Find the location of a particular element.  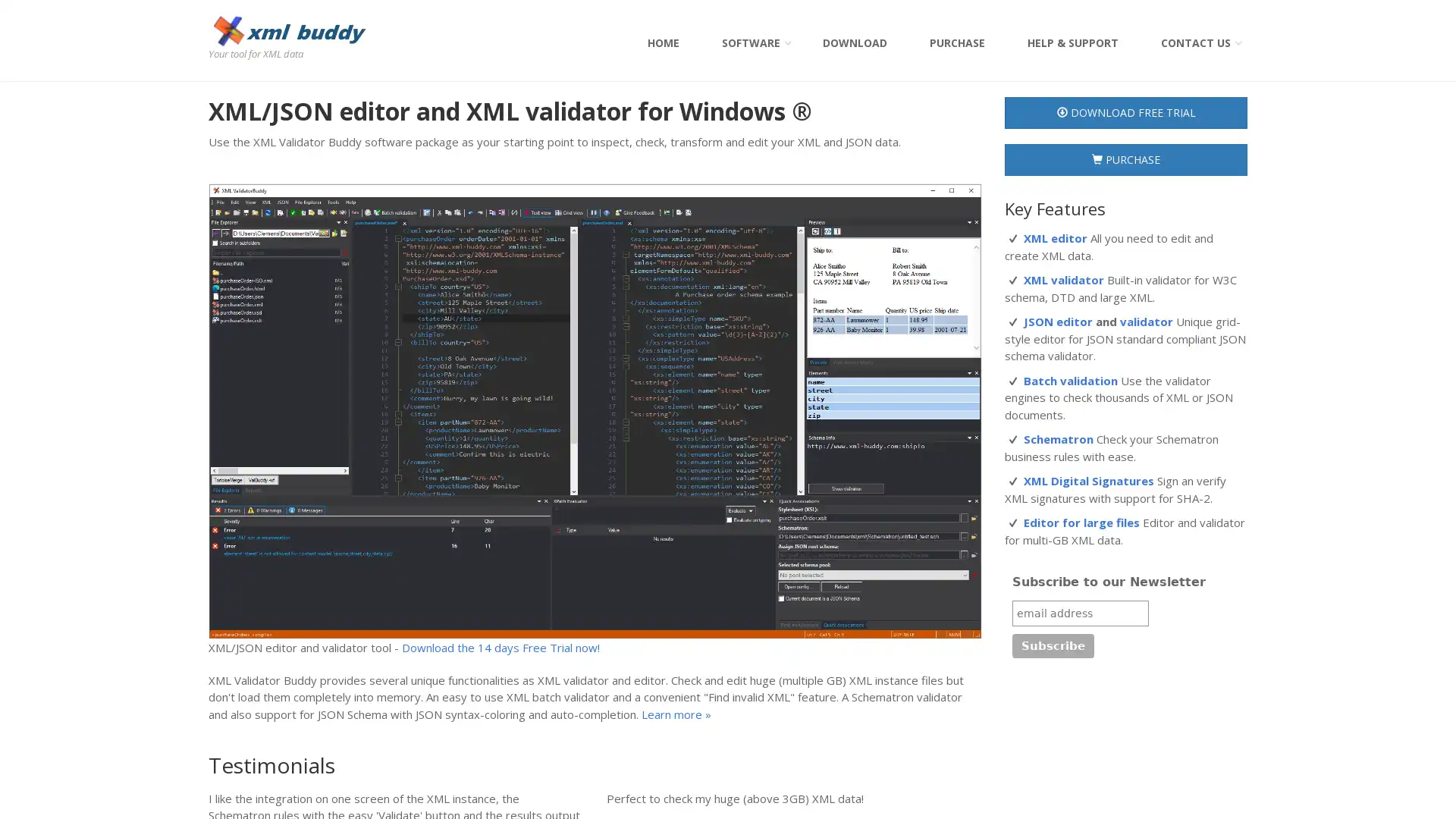

DOWNLOAD FREE TRIAL is located at coordinates (1125, 112).